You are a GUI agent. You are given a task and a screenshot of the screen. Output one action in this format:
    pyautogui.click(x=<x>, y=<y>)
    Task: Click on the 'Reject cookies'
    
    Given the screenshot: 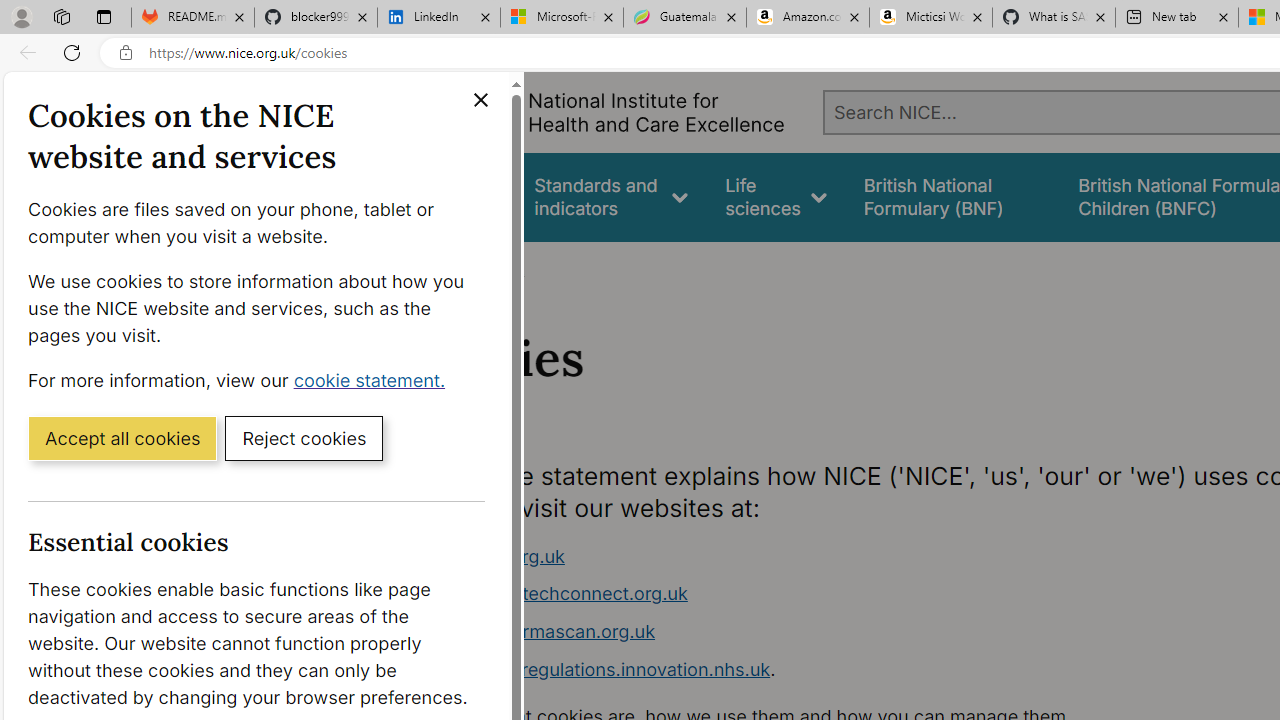 What is the action you would take?
    pyautogui.click(x=303, y=436)
    